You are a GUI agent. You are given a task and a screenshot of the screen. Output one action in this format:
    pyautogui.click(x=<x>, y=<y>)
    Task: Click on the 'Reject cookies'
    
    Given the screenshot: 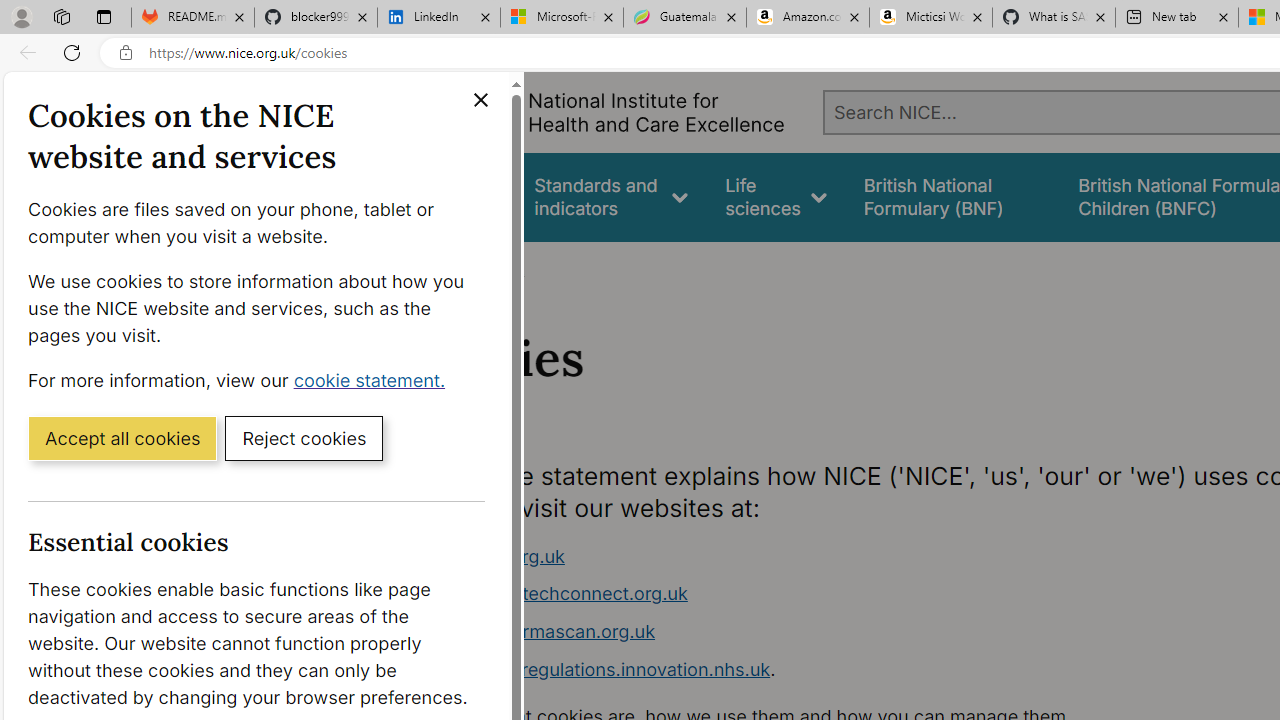 What is the action you would take?
    pyautogui.click(x=303, y=436)
    